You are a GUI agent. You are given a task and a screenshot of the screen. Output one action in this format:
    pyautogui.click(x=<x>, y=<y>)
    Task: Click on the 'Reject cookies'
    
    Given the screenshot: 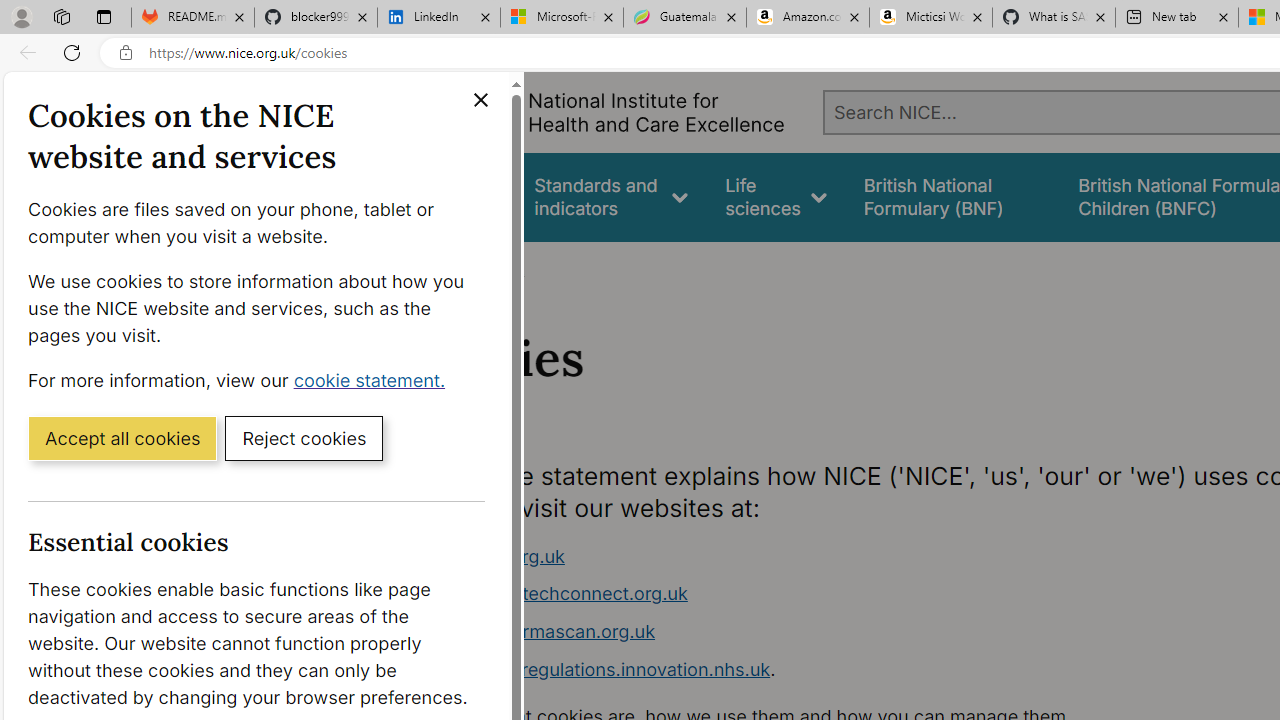 What is the action you would take?
    pyautogui.click(x=303, y=436)
    